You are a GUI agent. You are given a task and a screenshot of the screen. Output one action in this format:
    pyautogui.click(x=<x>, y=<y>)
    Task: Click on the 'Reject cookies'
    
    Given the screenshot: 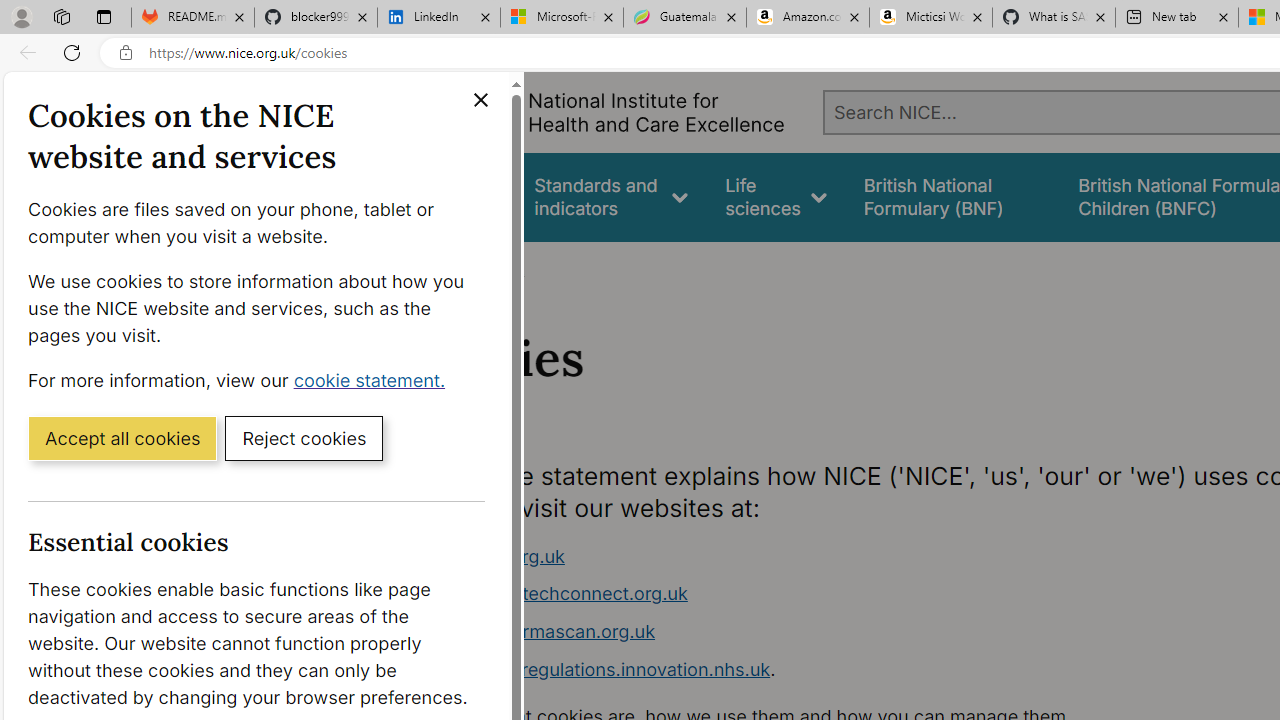 What is the action you would take?
    pyautogui.click(x=303, y=436)
    